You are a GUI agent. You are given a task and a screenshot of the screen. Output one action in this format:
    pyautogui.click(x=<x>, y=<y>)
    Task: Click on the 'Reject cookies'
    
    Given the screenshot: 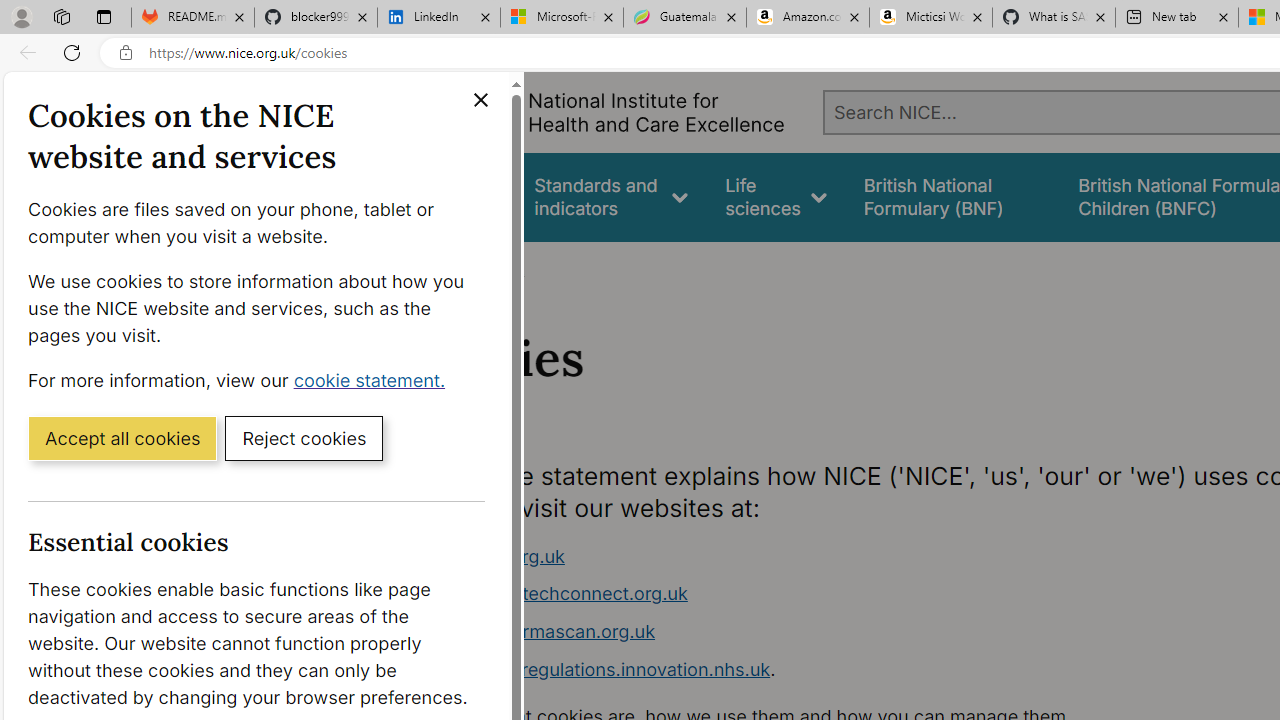 What is the action you would take?
    pyautogui.click(x=303, y=436)
    